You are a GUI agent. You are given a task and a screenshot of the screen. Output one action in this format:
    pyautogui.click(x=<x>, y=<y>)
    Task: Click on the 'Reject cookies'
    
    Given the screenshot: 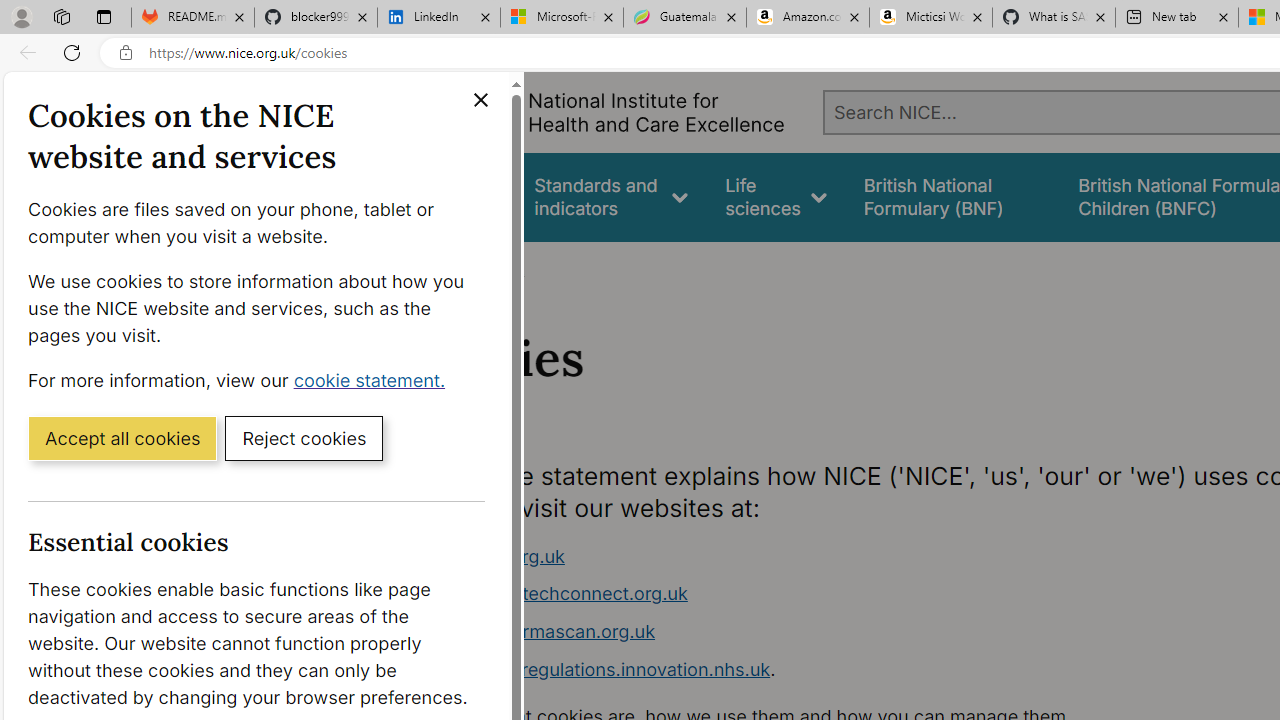 What is the action you would take?
    pyautogui.click(x=303, y=436)
    